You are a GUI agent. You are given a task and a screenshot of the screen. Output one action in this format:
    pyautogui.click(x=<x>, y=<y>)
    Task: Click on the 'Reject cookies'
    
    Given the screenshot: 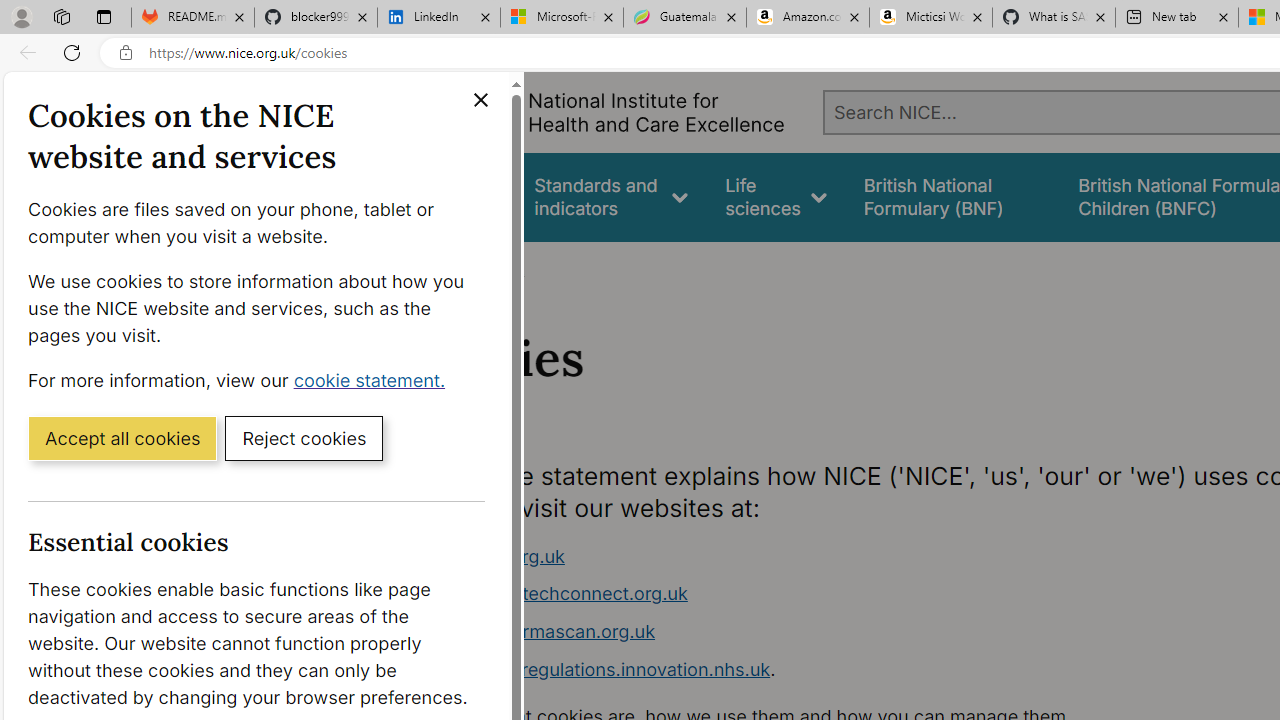 What is the action you would take?
    pyautogui.click(x=303, y=436)
    